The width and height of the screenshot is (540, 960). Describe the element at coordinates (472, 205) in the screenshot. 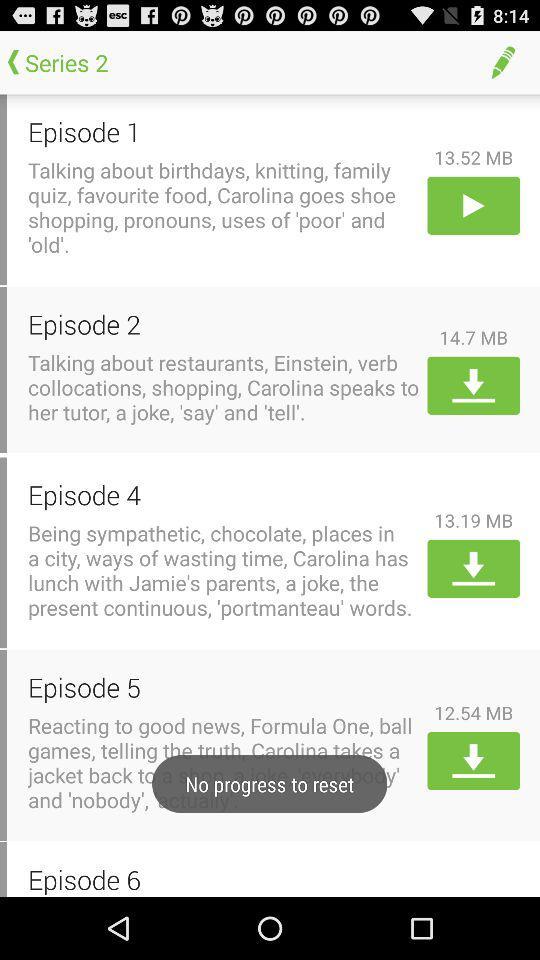

I see `episode` at that location.